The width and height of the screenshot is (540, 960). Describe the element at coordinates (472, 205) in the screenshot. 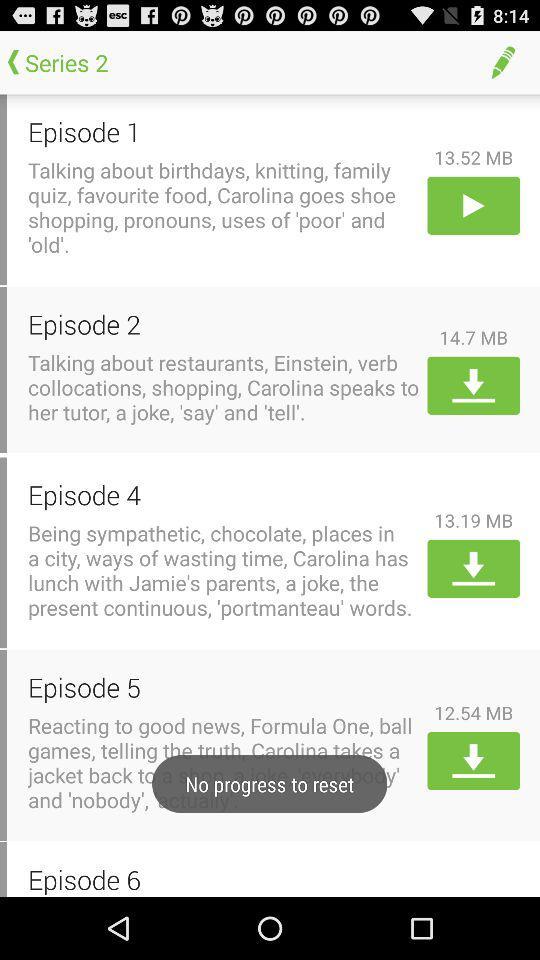

I see `episode` at that location.